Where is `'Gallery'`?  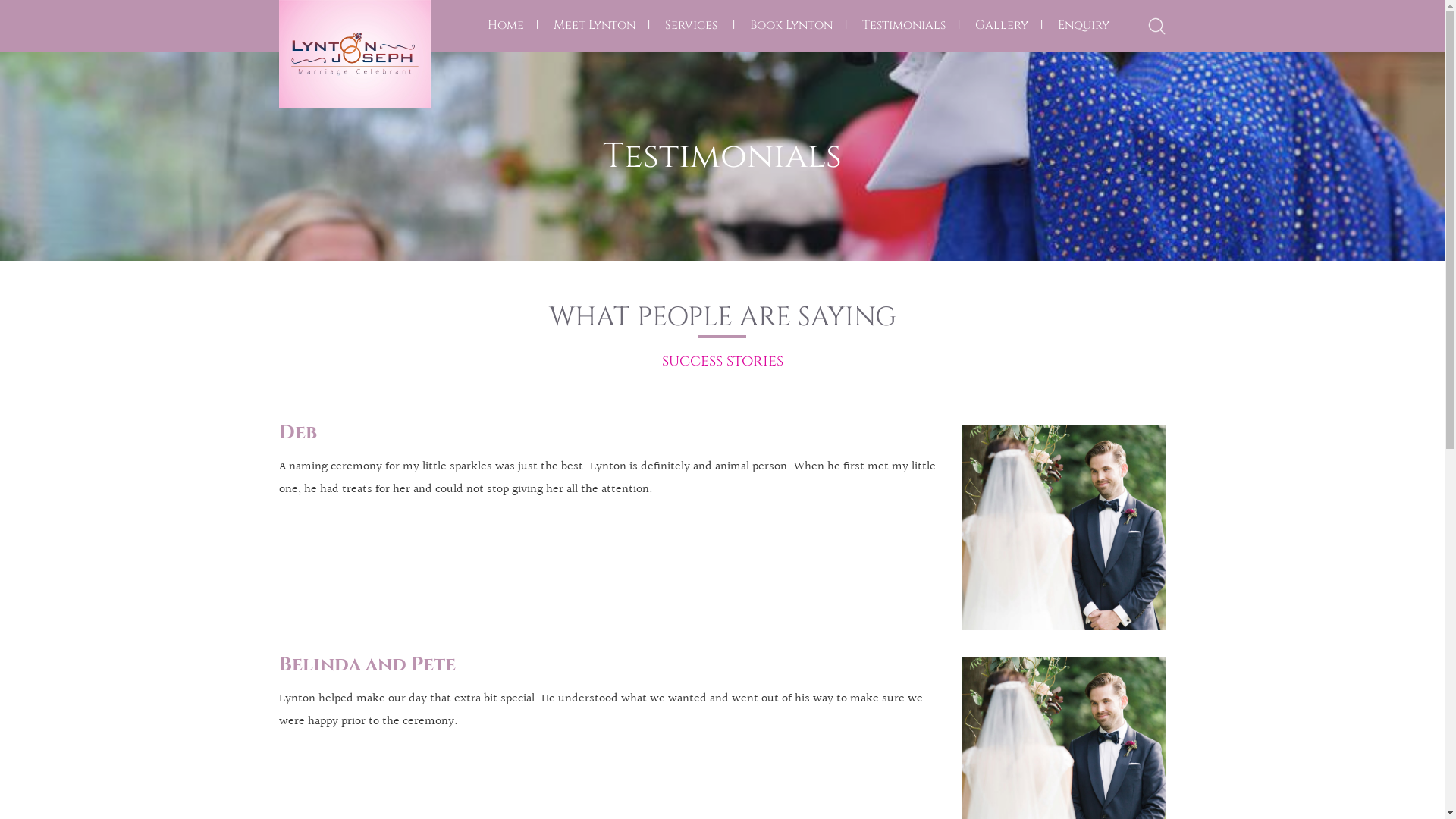 'Gallery' is located at coordinates (1001, 25).